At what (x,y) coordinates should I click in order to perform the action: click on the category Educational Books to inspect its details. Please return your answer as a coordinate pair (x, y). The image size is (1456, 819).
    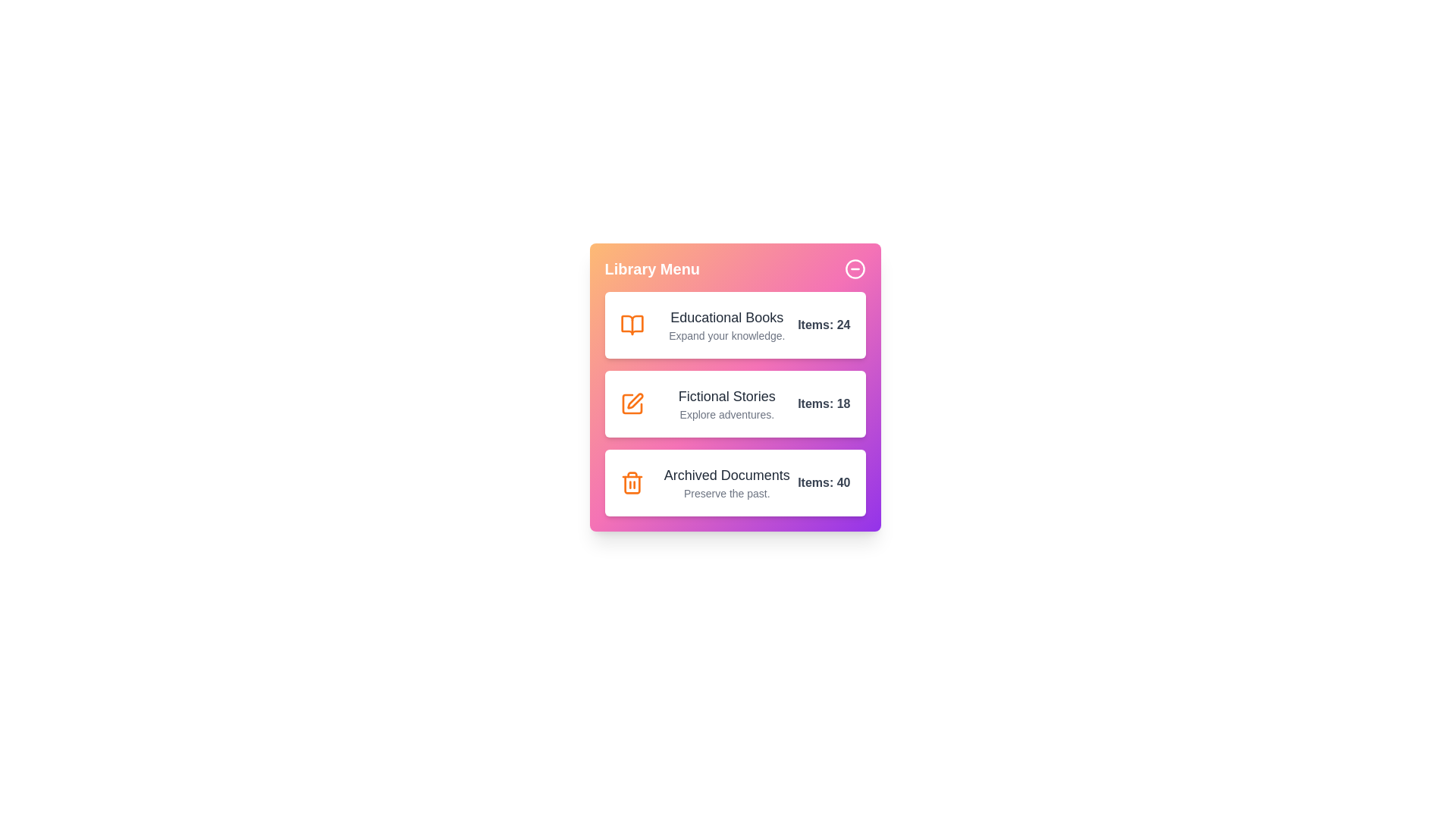
    Looking at the image, I should click on (735, 324).